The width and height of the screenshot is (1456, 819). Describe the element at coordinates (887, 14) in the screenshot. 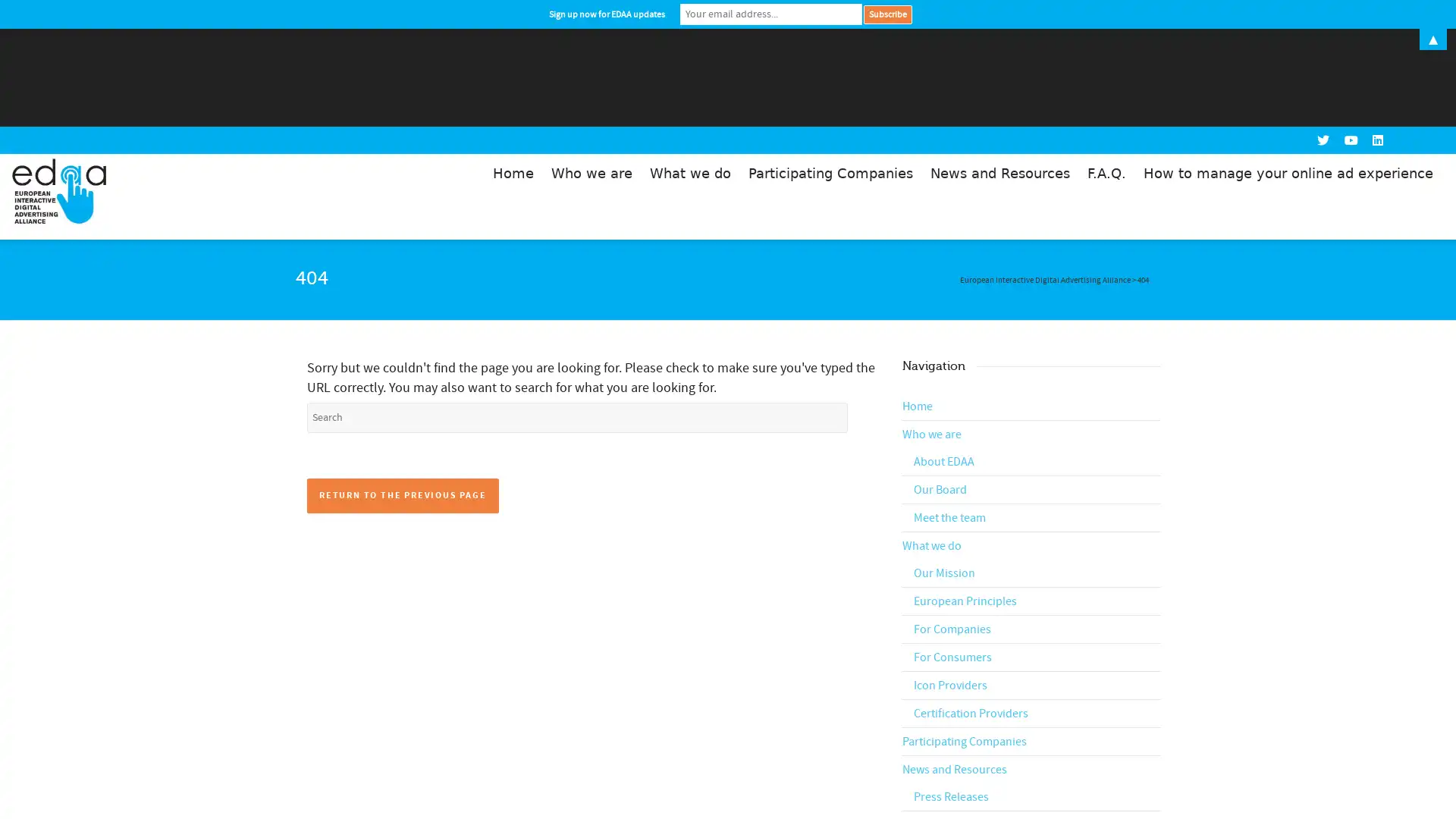

I see `Subscribe` at that location.